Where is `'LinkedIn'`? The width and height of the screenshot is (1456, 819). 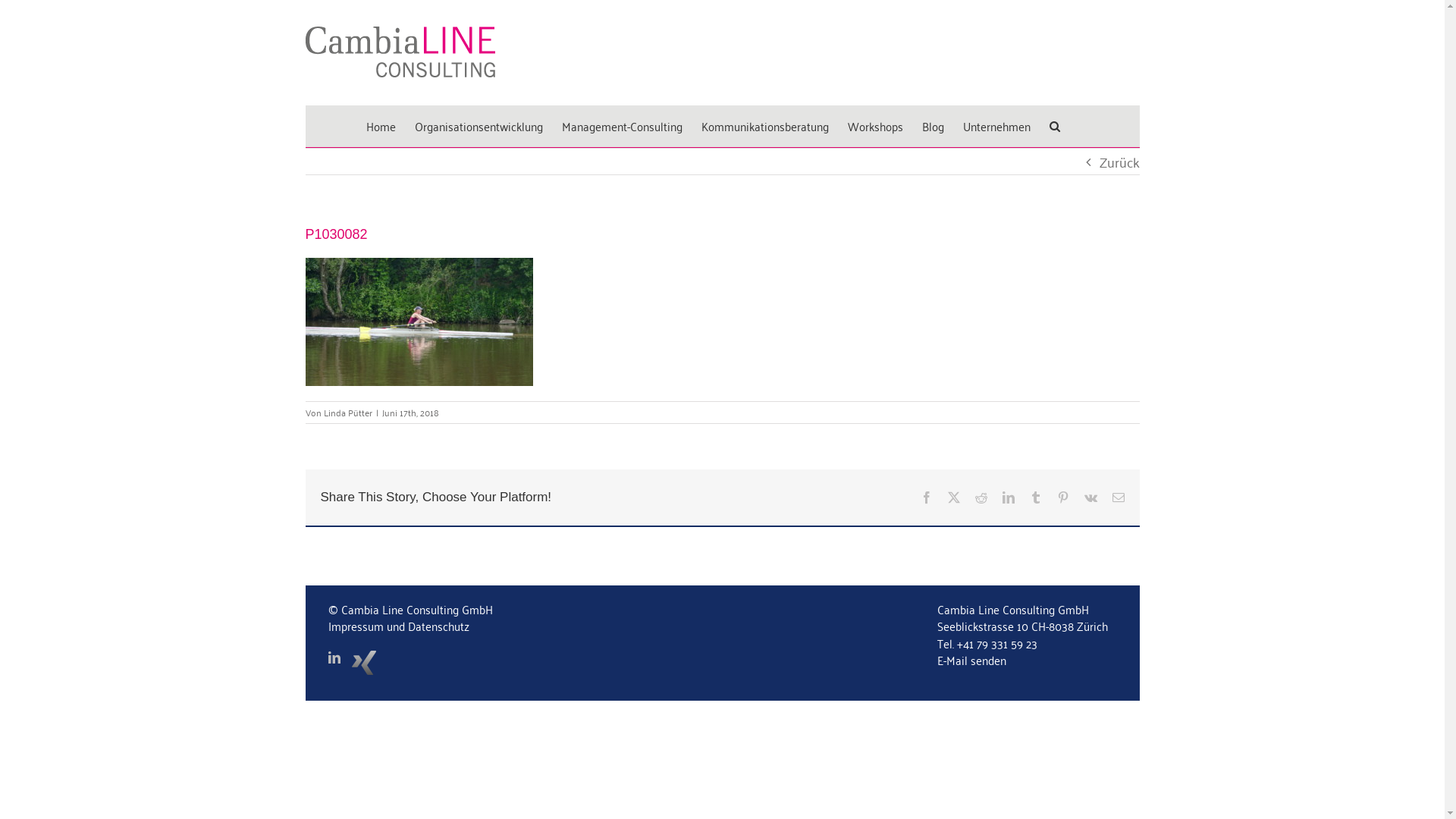 'LinkedIn' is located at coordinates (1008, 497).